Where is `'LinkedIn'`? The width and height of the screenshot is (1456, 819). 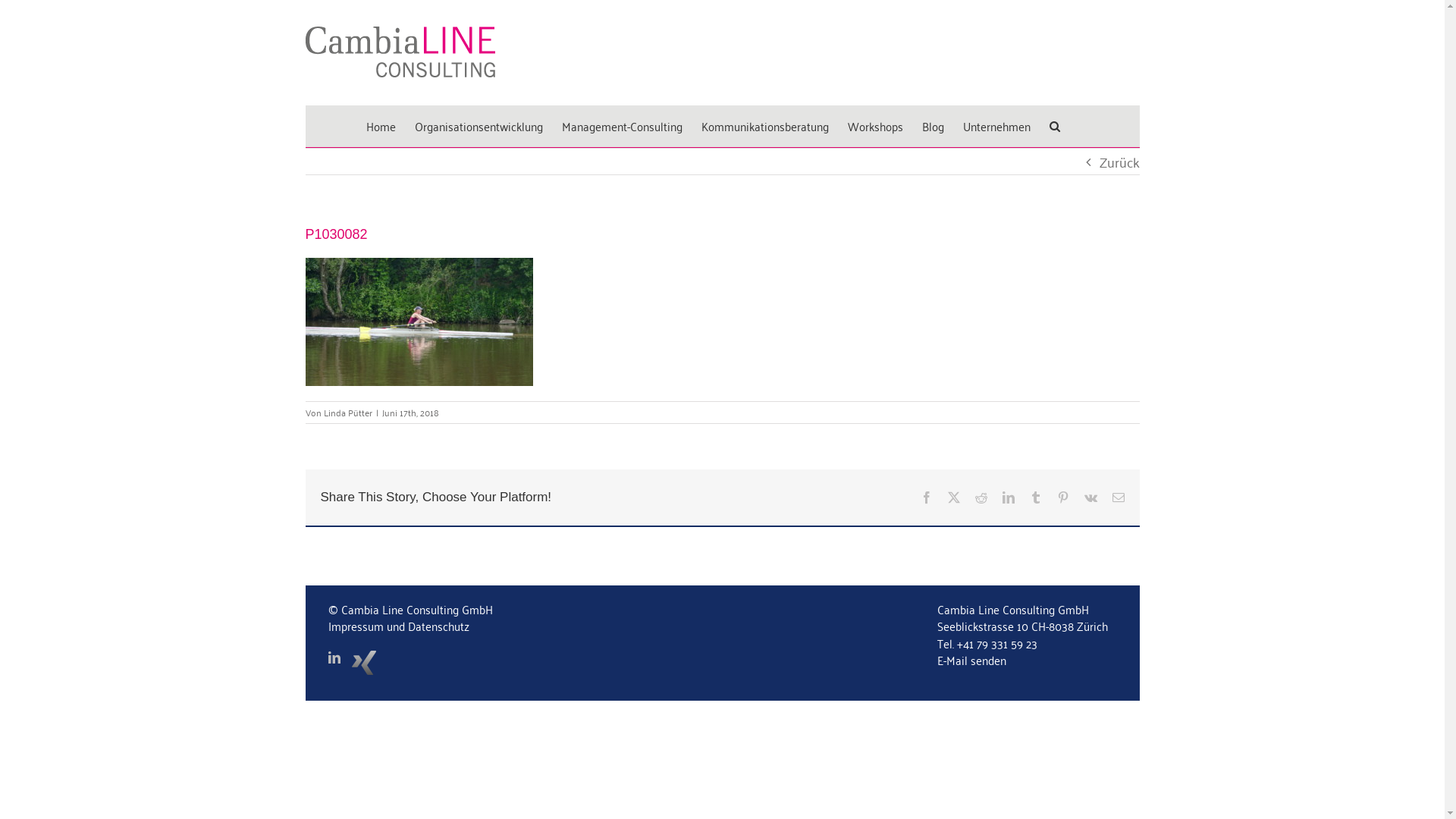 'LinkedIn' is located at coordinates (1008, 497).